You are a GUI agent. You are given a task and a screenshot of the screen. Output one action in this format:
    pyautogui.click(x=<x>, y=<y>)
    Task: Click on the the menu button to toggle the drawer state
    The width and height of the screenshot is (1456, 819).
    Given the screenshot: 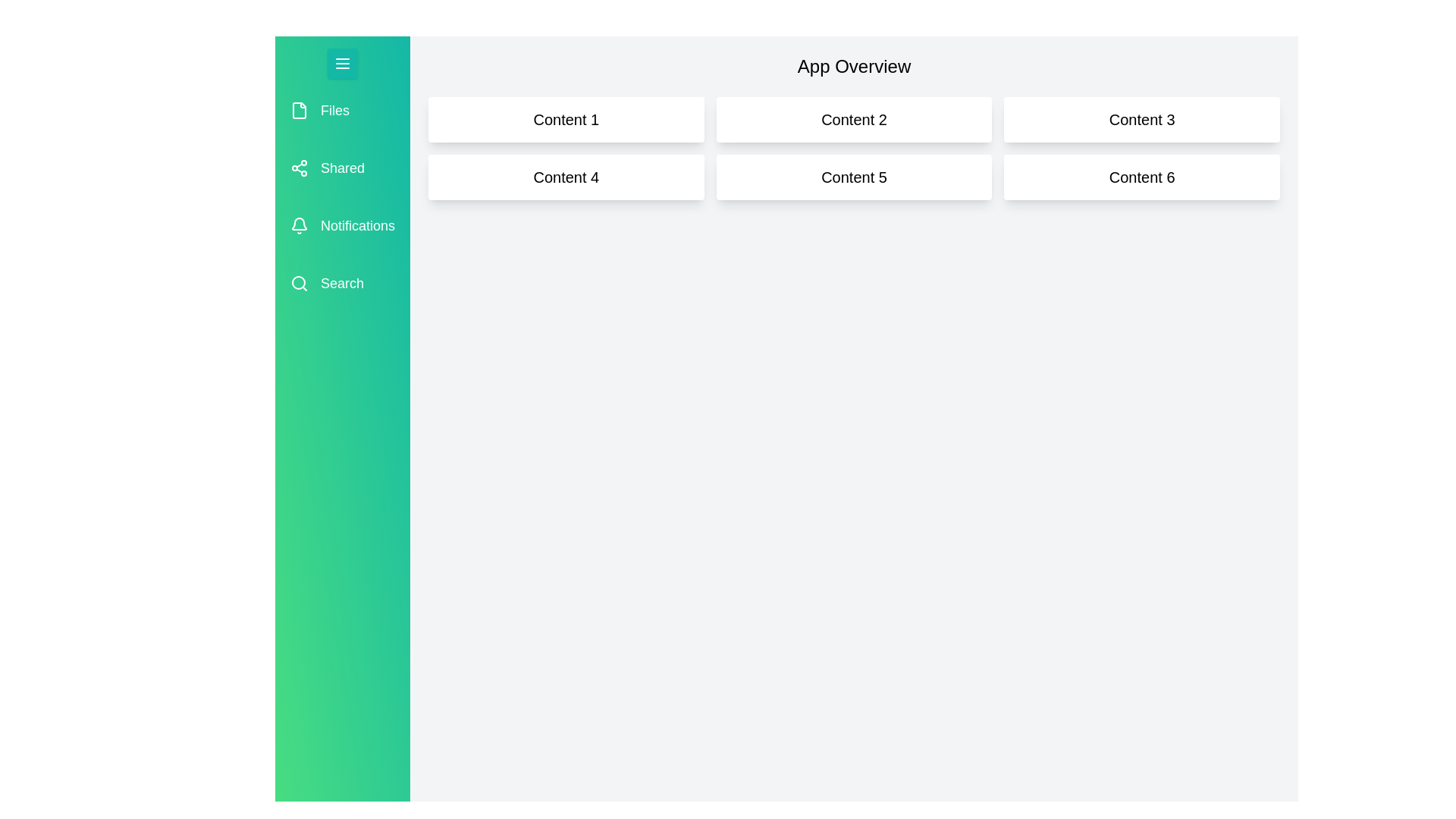 What is the action you would take?
    pyautogui.click(x=341, y=63)
    